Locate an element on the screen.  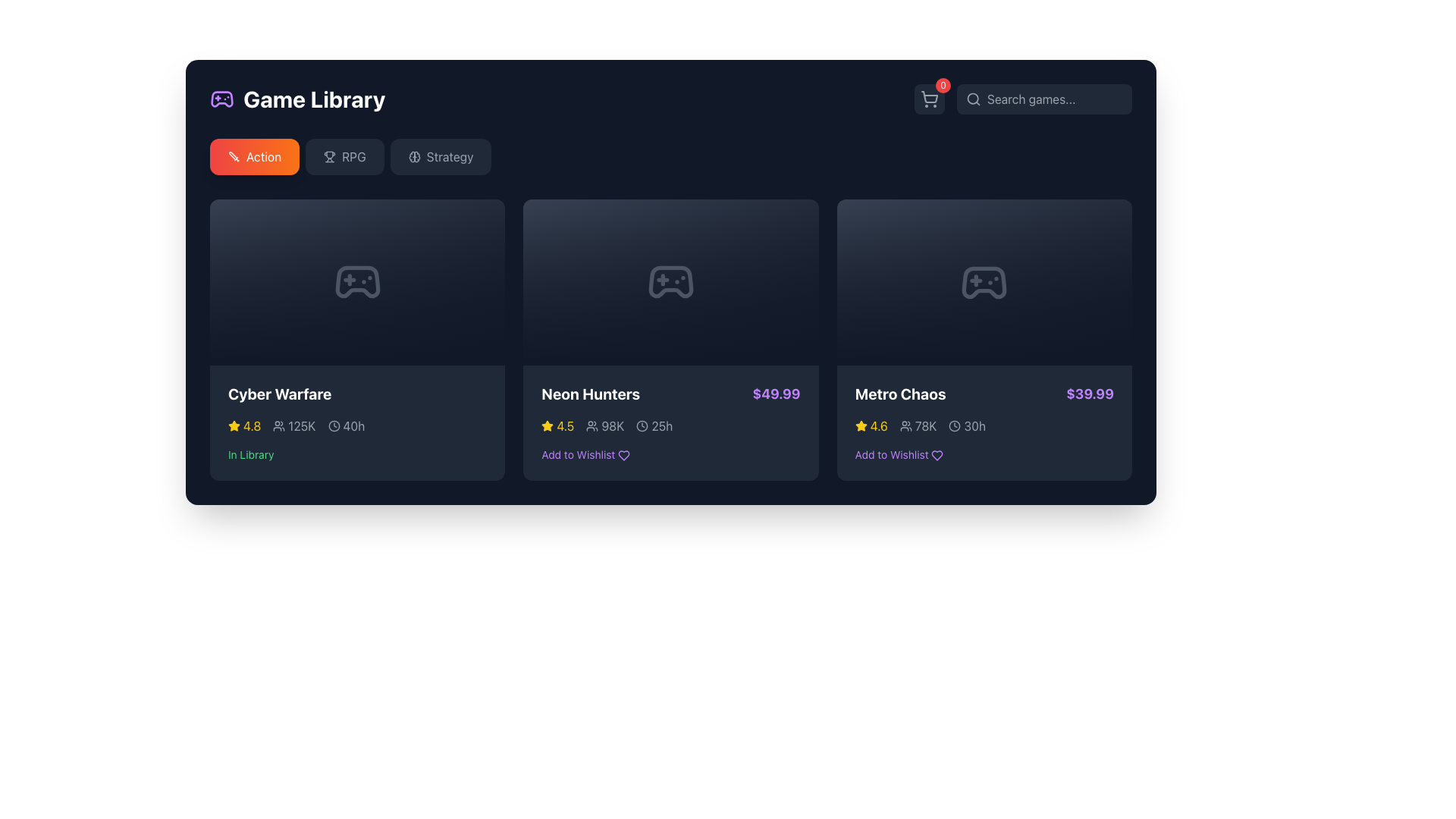
the link with icon located in the lower section of the last card in the Metro Chaos row is located at coordinates (899, 454).